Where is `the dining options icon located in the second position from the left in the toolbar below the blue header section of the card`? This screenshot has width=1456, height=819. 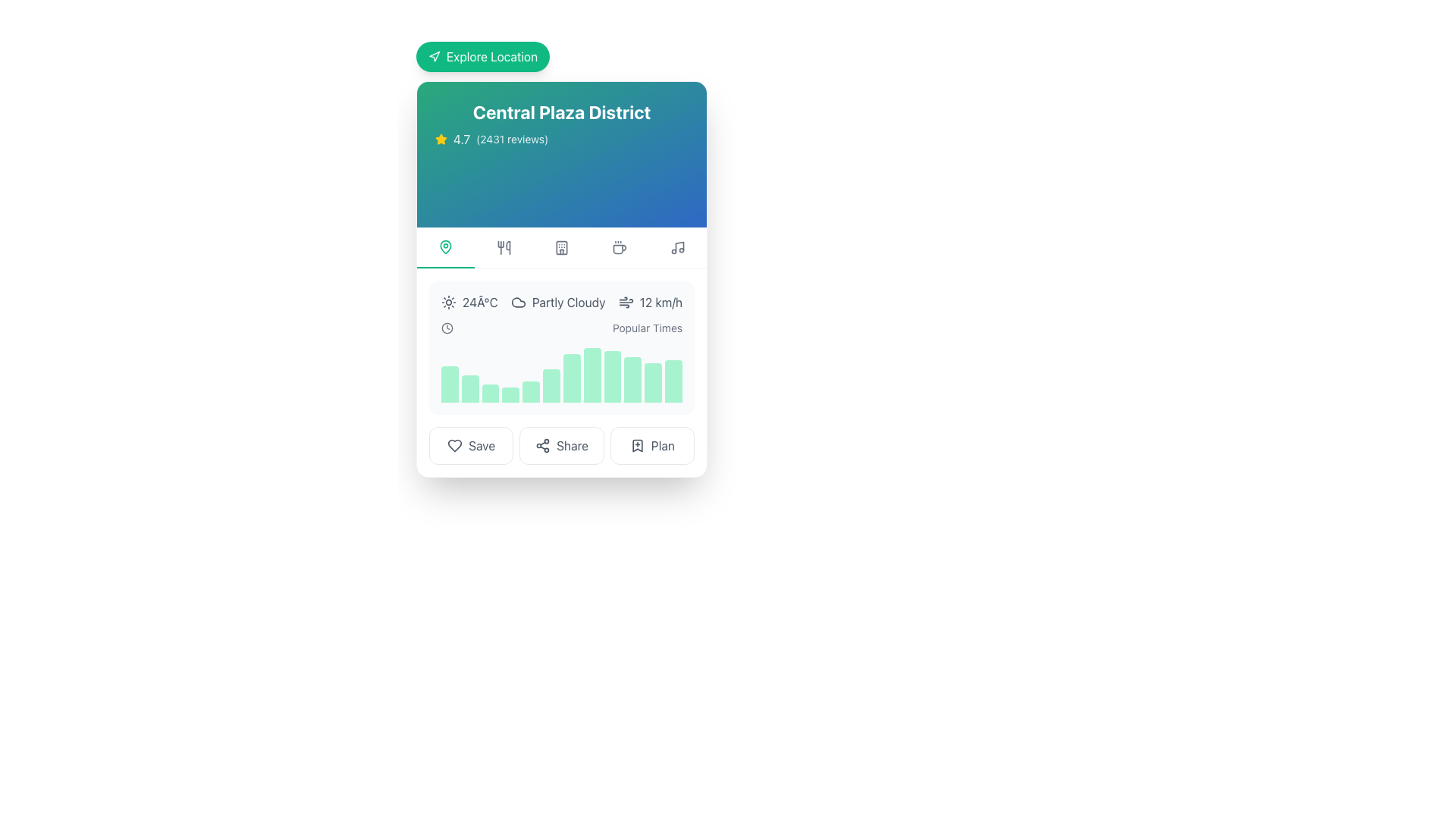 the dining options icon located in the second position from the left in the toolbar below the blue header section of the card is located at coordinates (504, 247).